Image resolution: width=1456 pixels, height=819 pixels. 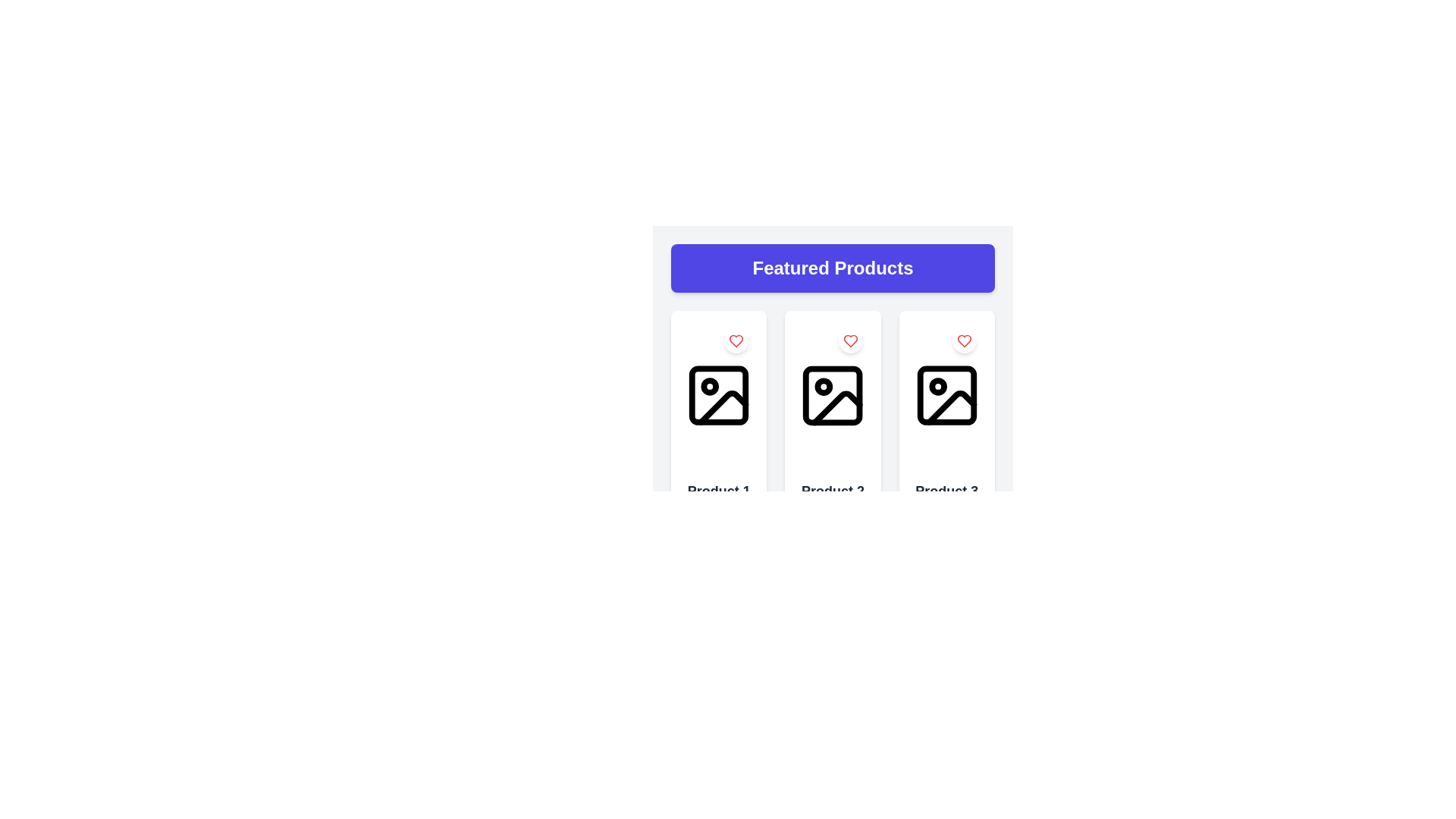 What do you see at coordinates (718, 394) in the screenshot?
I see `the framed image icon located in the first product card under the 'Featured Products' header` at bounding box center [718, 394].